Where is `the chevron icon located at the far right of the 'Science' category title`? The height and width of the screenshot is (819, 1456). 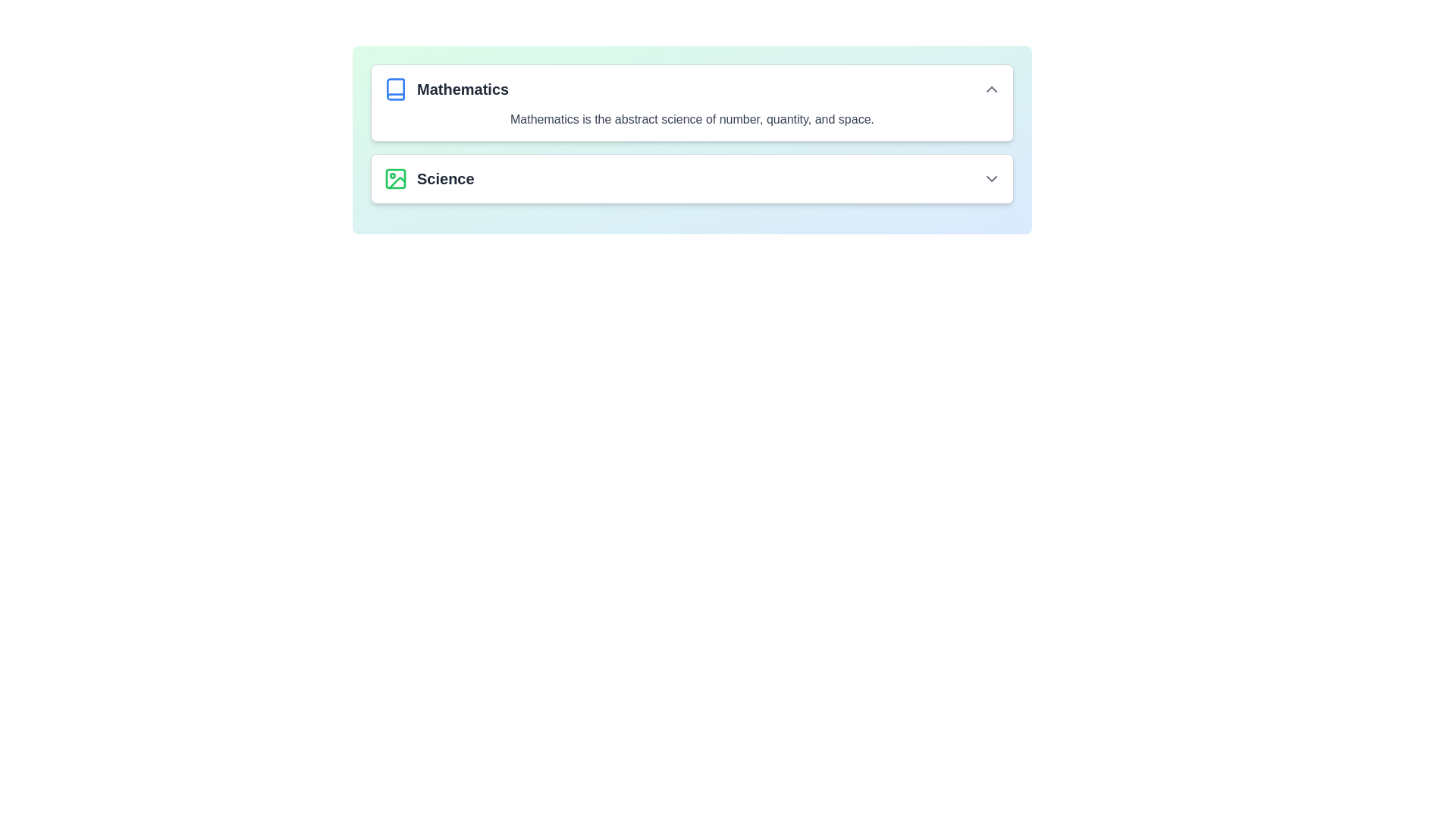 the chevron icon located at the far right of the 'Science' category title is located at coordinates (992, 177).